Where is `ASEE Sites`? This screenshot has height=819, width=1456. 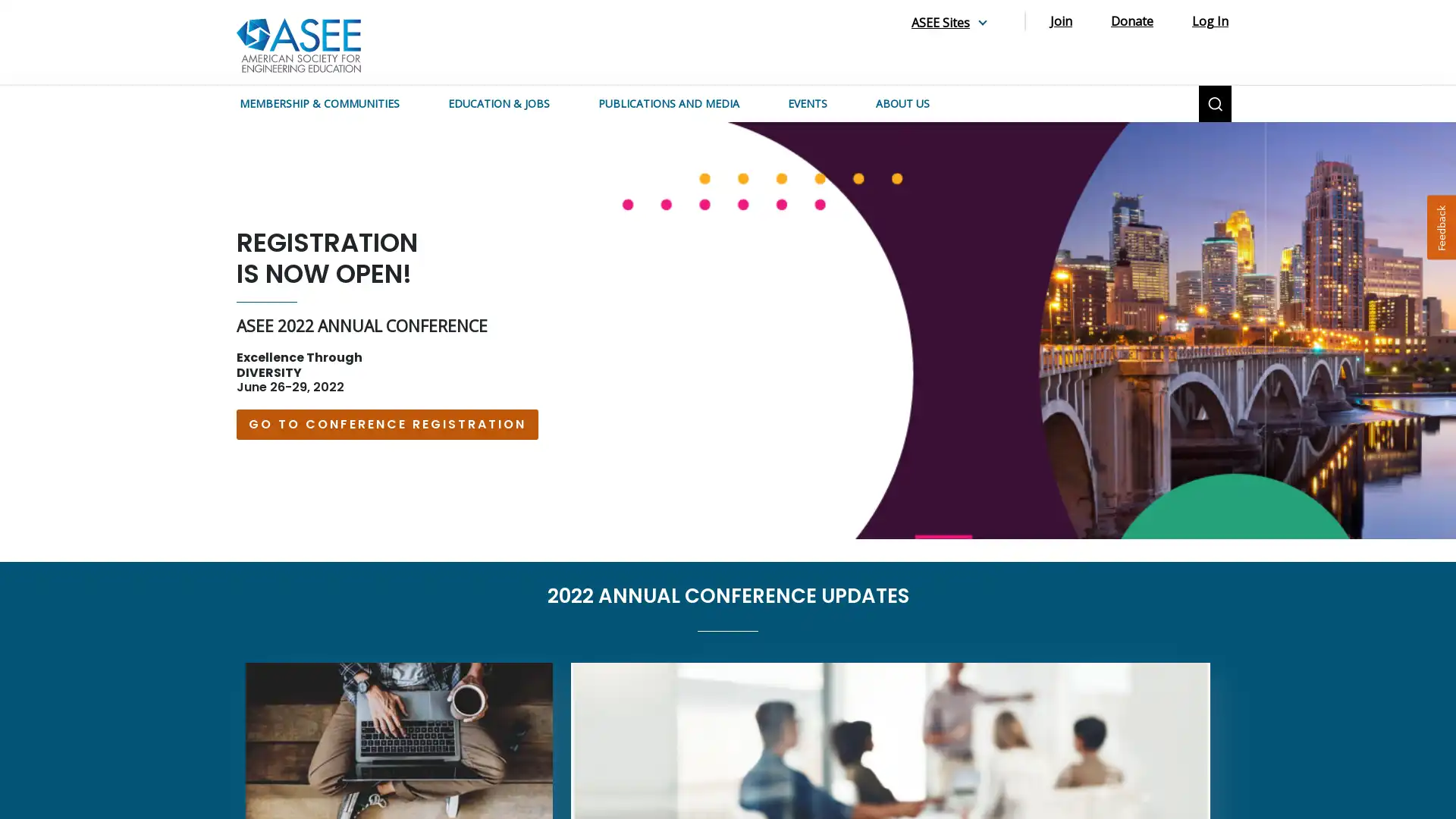
ASEE Sites is located at coordinates (952, 22).